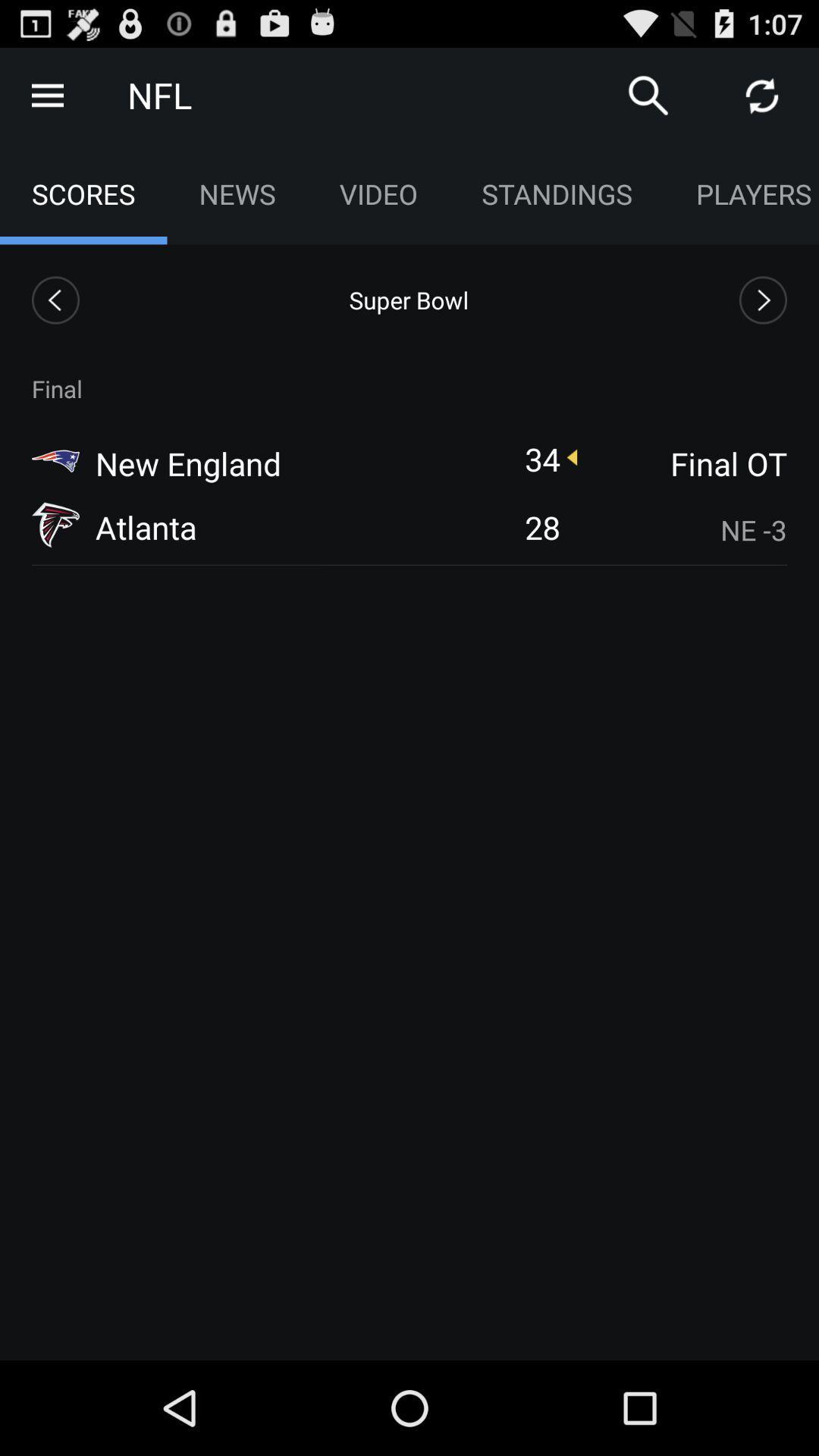 The width and height of the screenshot is (819, 1456). Describe the element at coordinates (683, 530) in the screenshot. I see `app to the right of the 28 item` at that location.